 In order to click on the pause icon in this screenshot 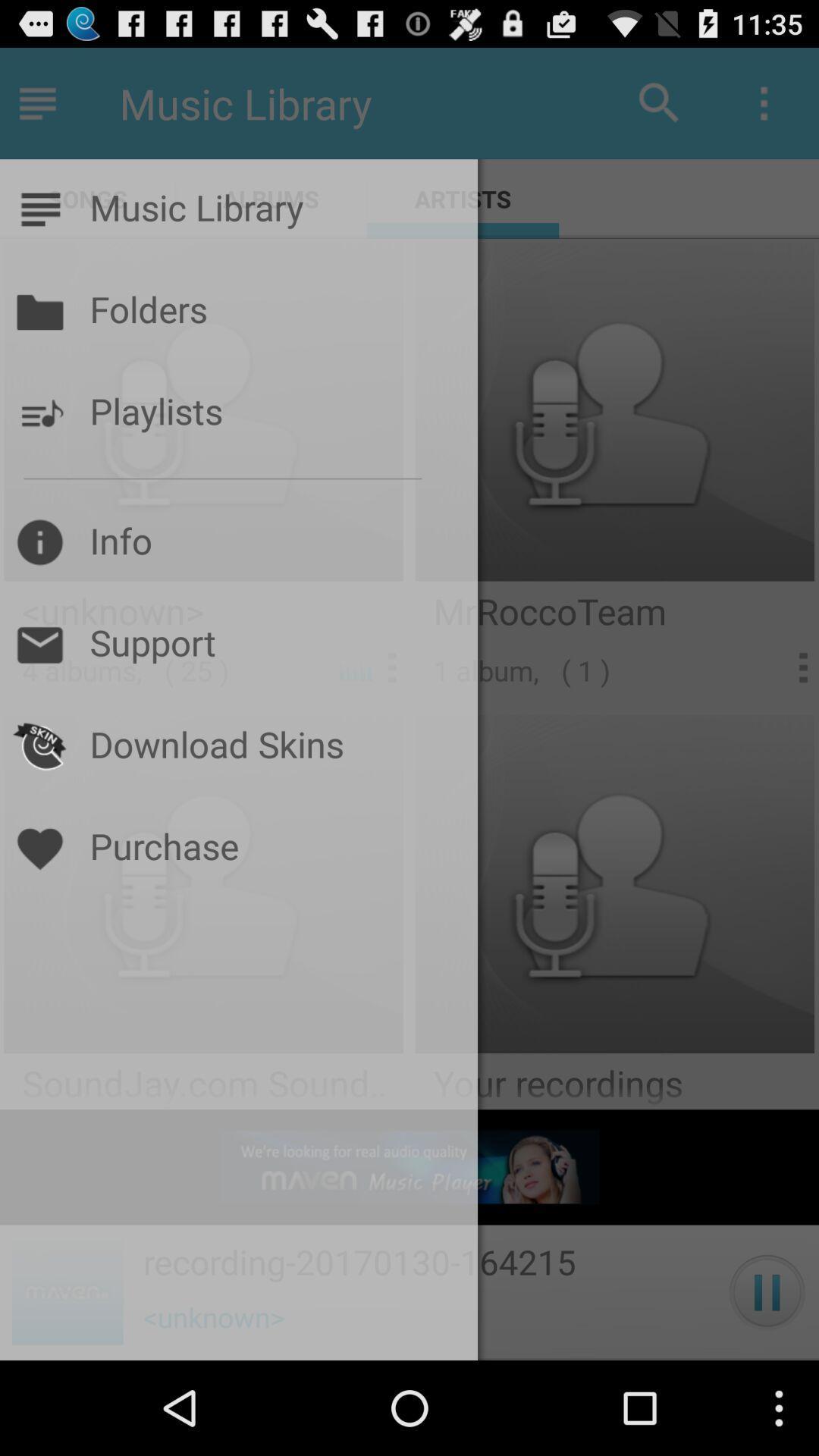, I will do `click(767, 1383)`.